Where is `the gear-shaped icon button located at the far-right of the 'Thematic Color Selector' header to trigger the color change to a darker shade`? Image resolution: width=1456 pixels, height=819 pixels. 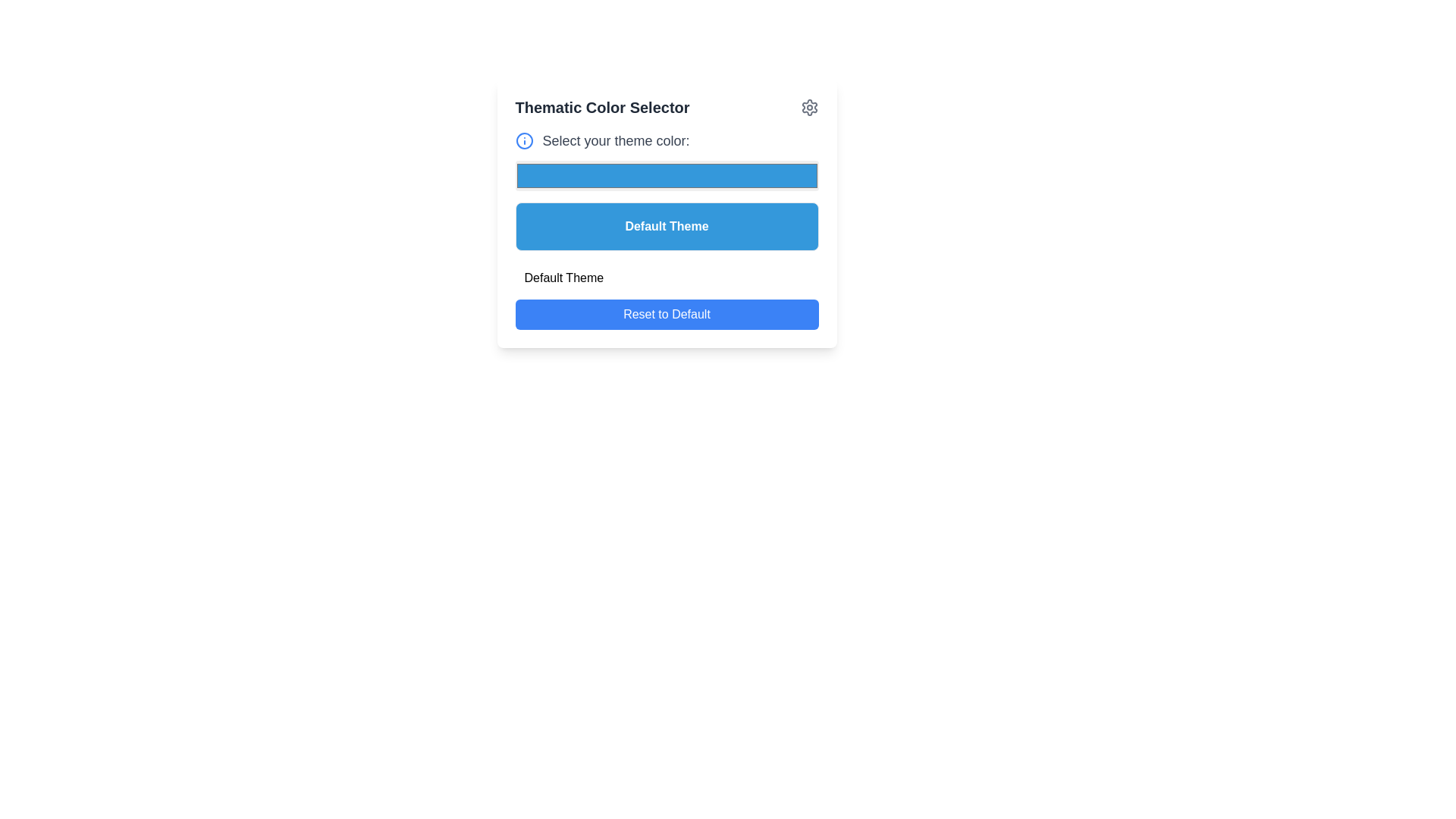
the gear-shaped icon button located at the far-right of the 'Thematic Color Selector' header to trigger the color change to a darker shade is located at coordinates (808, 107).